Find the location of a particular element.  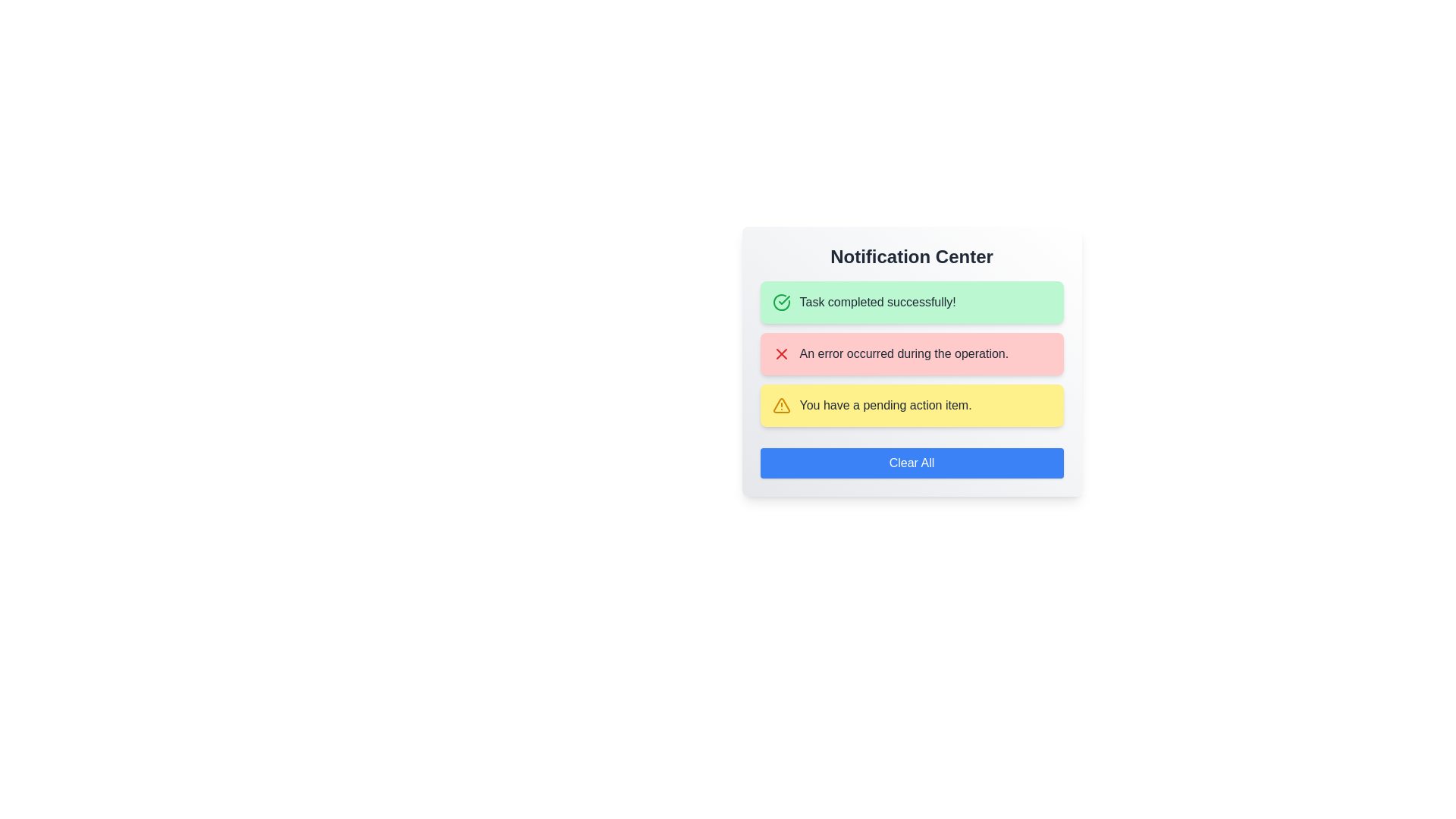

the triangular, yellow outlined icon with a central exclamation mark, located on the third line of the notification list next to the message 'You have a pending action item.' is located at coordinates (781, 405).